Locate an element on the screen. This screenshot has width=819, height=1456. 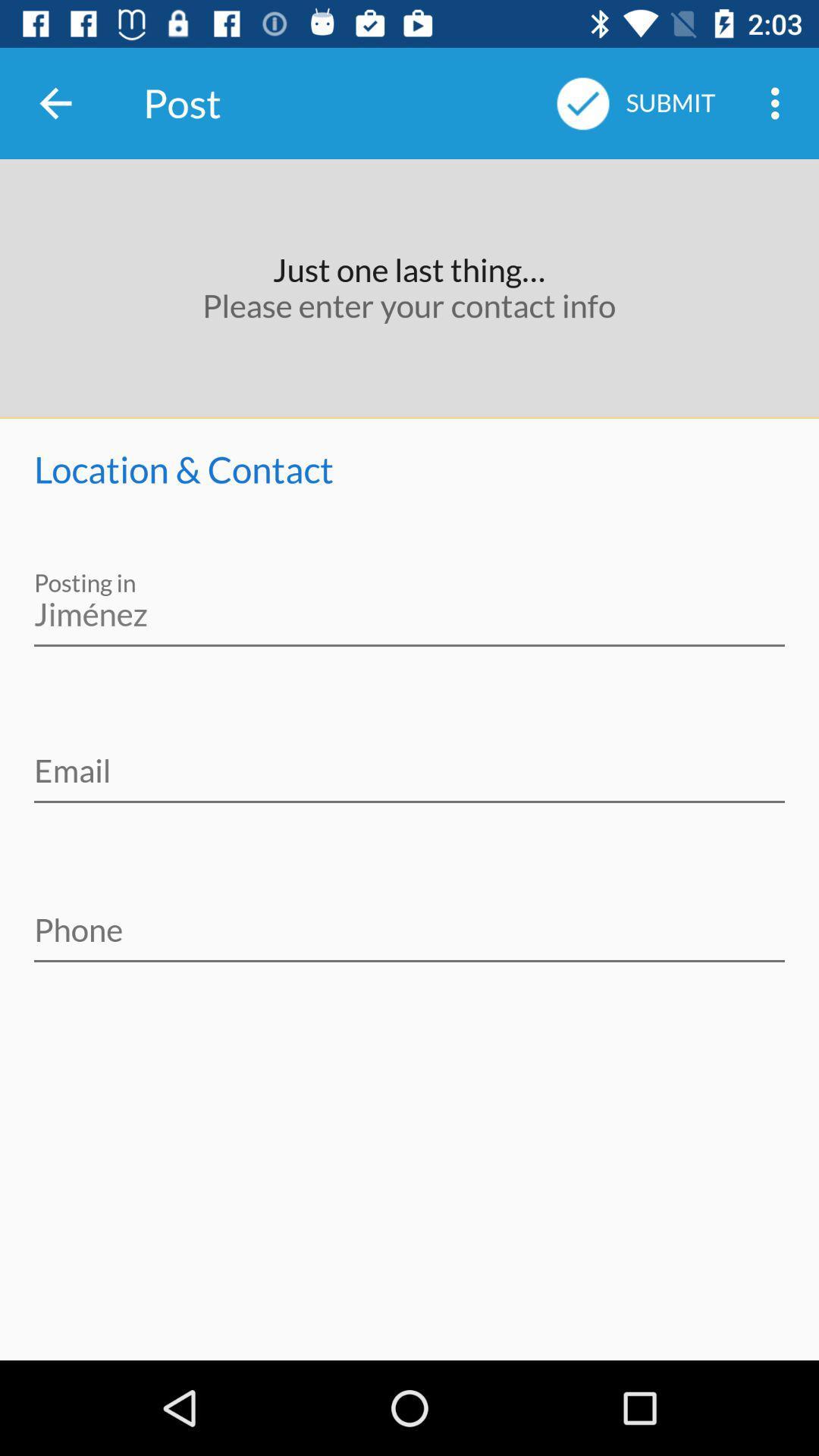
the icon next to the post is located at coordinates (55, 102).